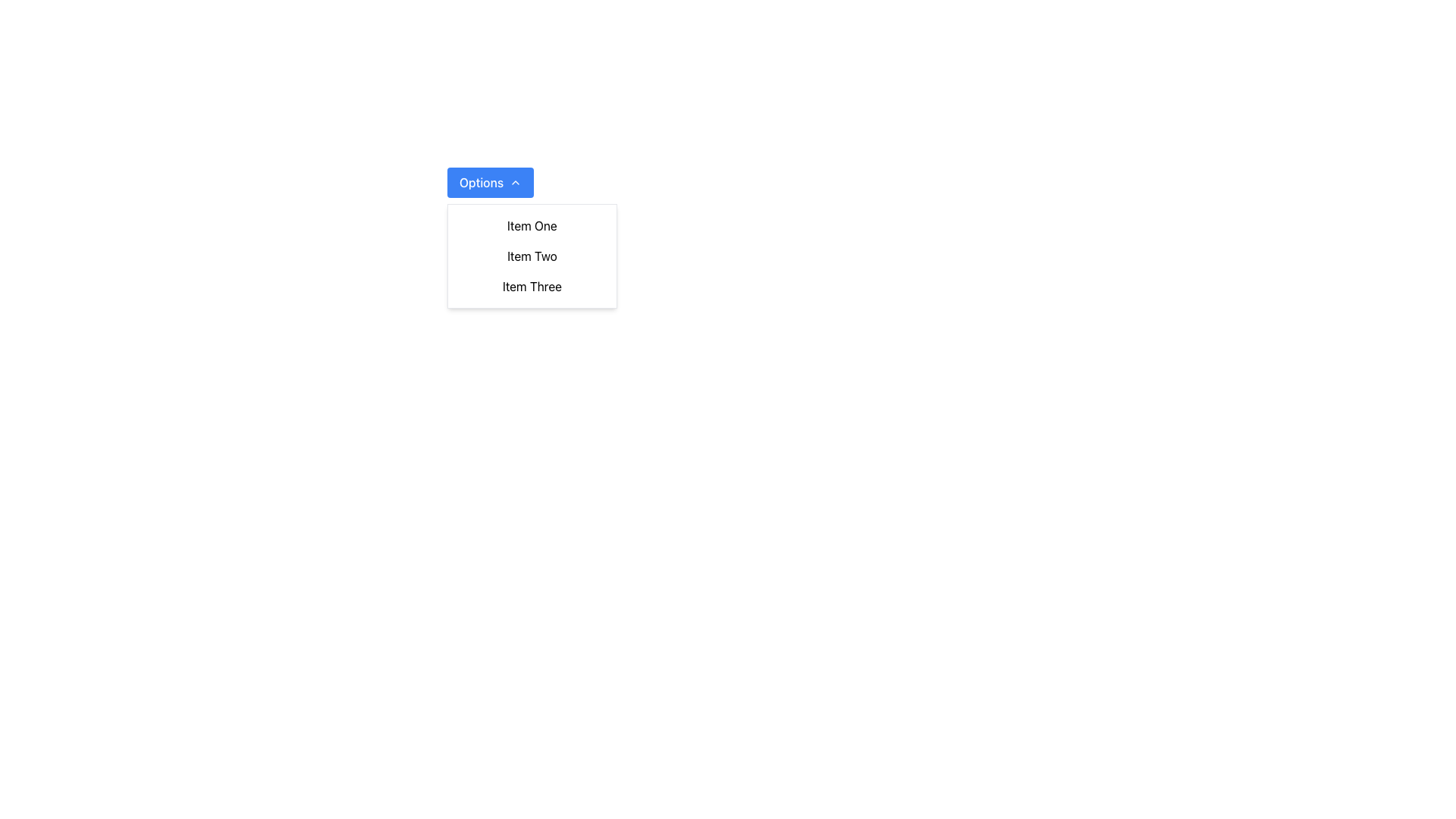 The height and width of the screenshot is (819, 1456). Describe the element at coordinates (532, 256) in the screenshot. I see `the selectable list item labeled 'Item Two'` at that location.